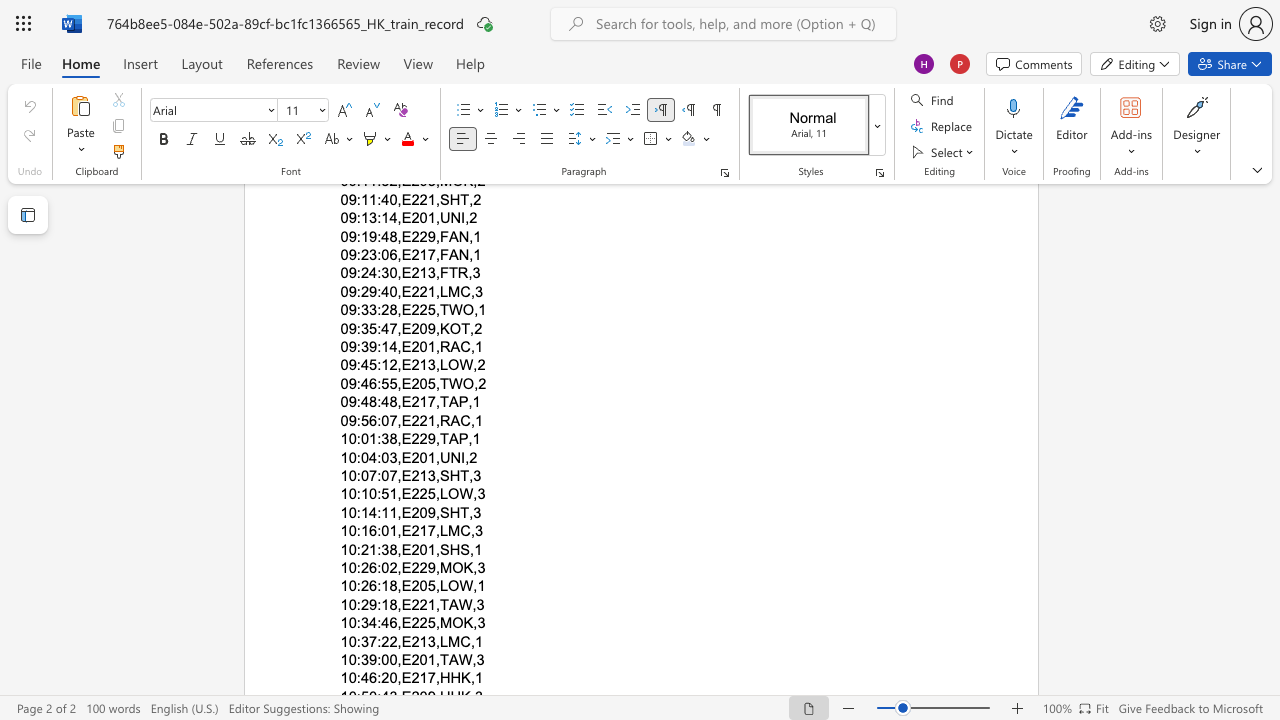 Image resolution: width=1280 pixels, height=720 pixels. Describe the element at coordinates (377, 641) in the screenshot. I see `the subset text ":22,E213,LMC," within the text "10:37:22,E213,LMC,1"` at that location.